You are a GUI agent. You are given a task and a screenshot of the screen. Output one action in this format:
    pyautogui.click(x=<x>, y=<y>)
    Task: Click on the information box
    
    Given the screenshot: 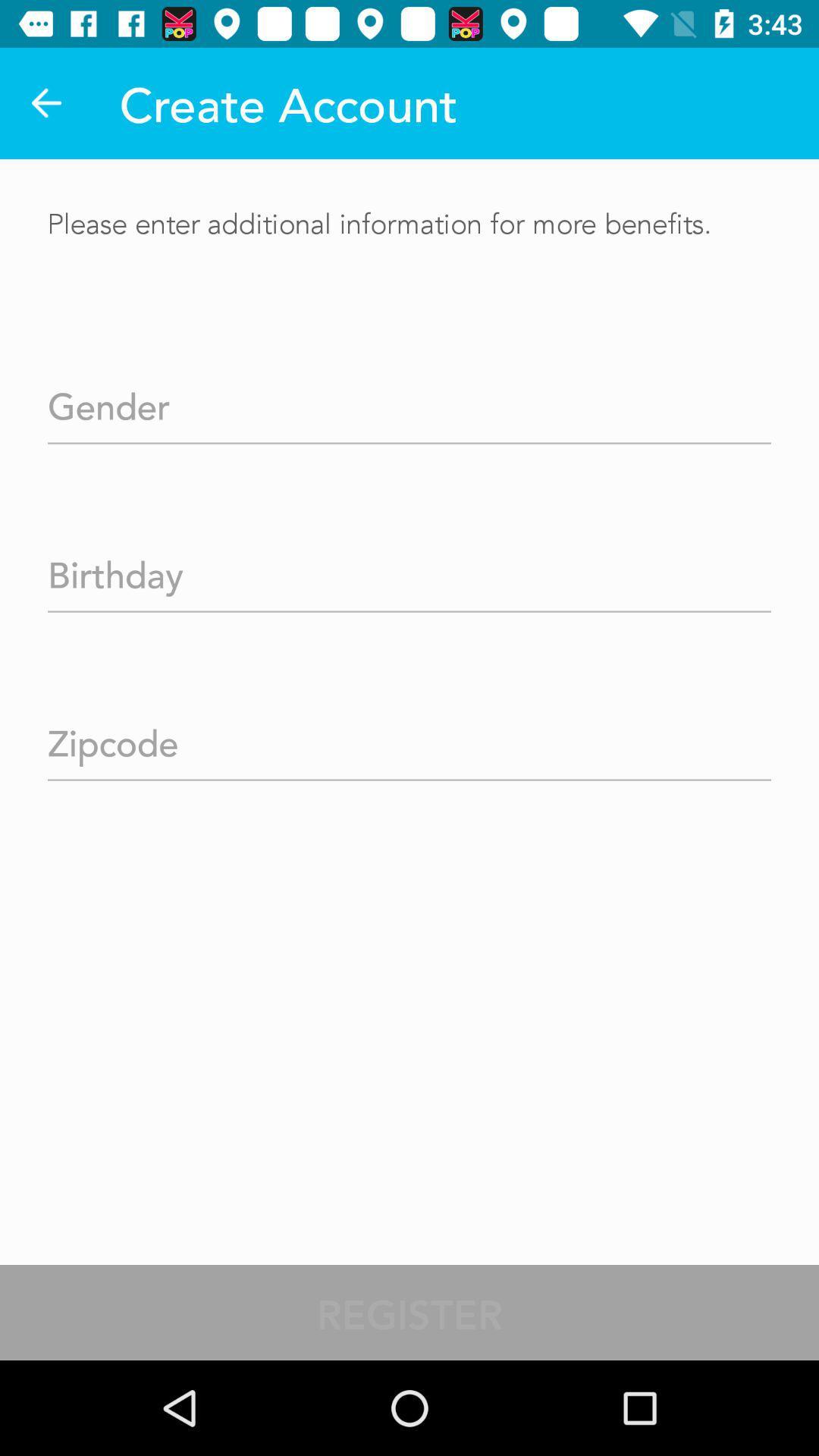 What is the action you would take?
    pyautogui.click(x=409, y=401)
    